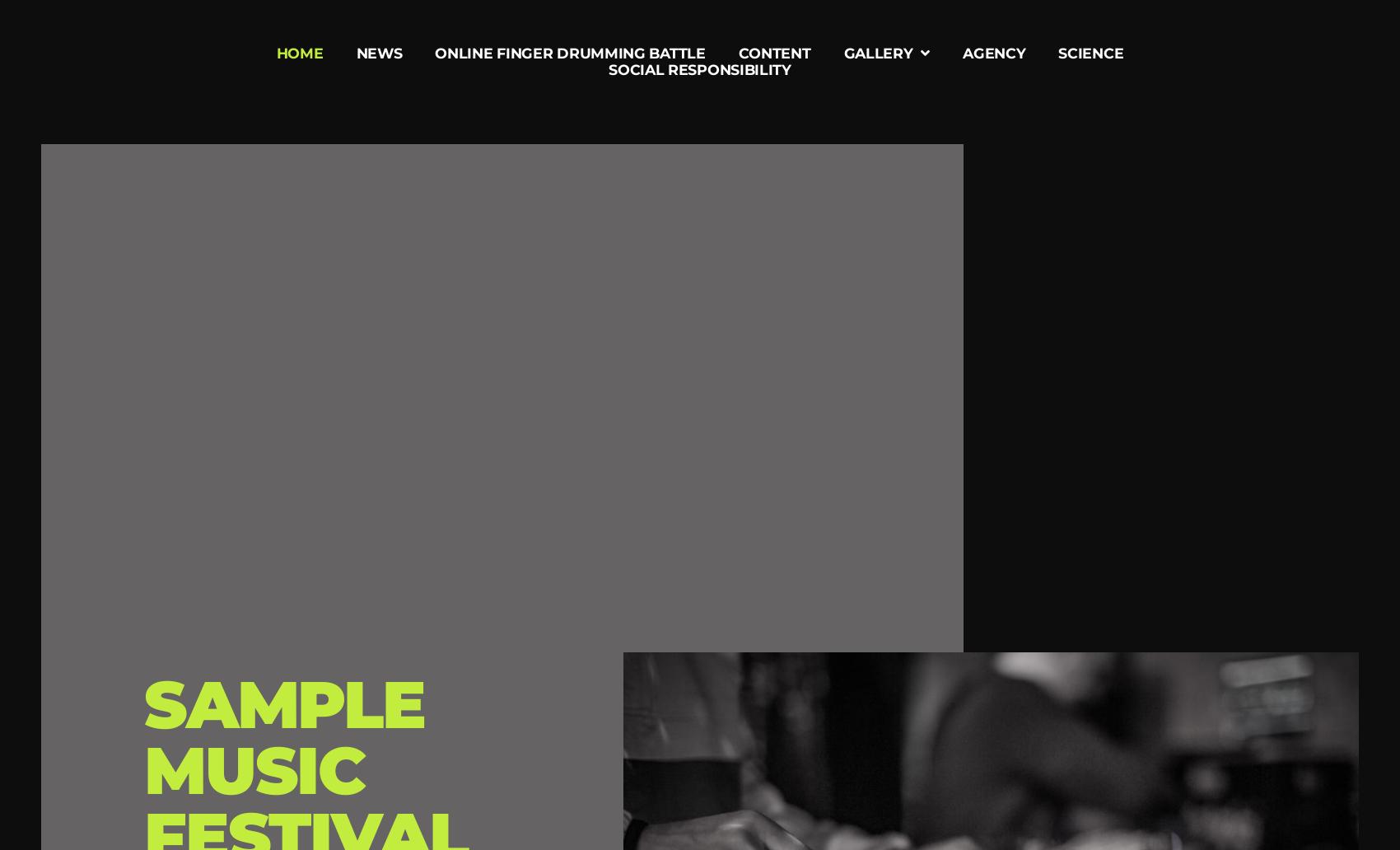 The image size is (1400, 850). Describe the element at coordinates (379, 53) in the screenshot. I see `'News'` at that location.